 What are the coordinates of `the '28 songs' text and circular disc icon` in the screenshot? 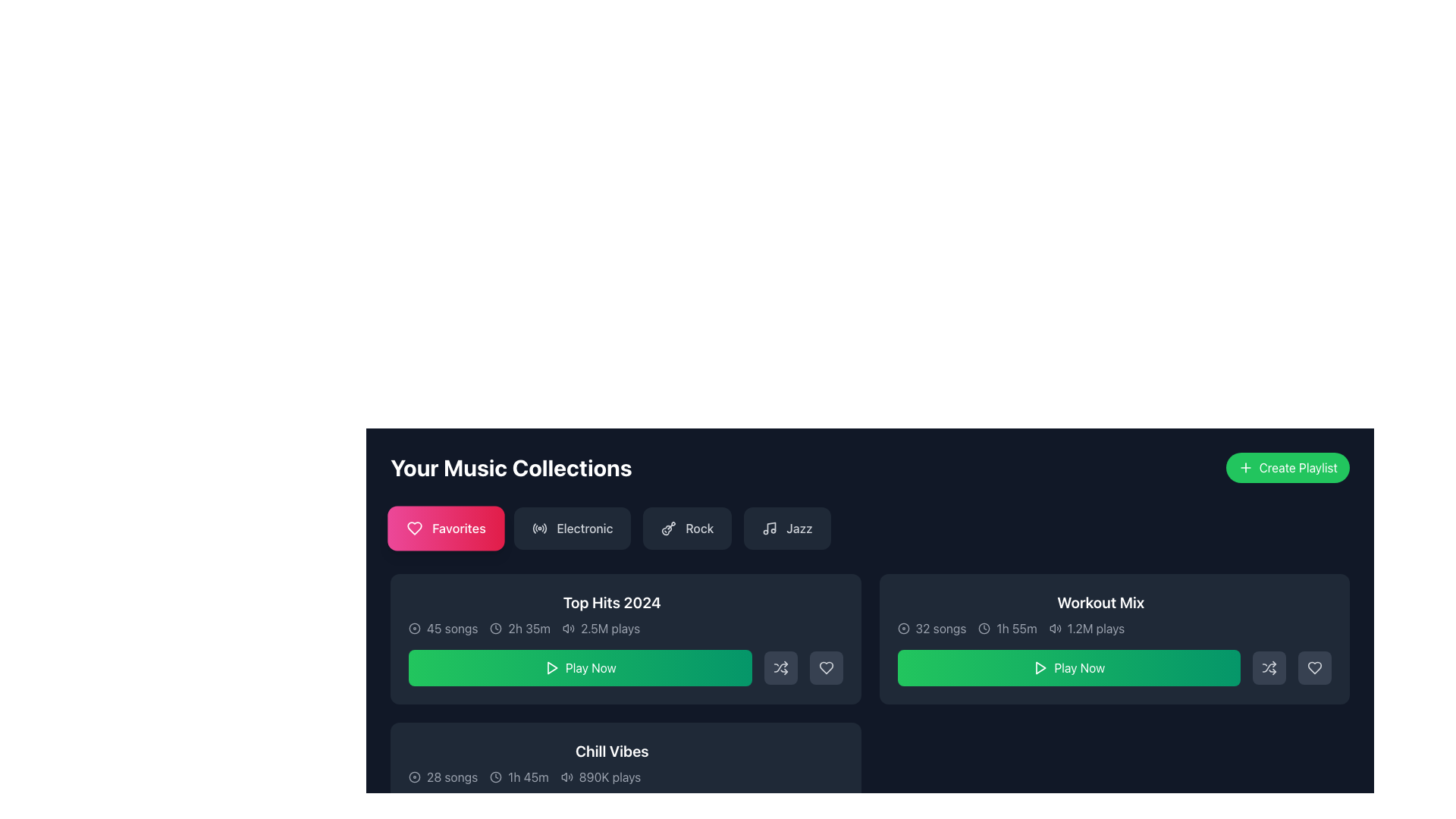 It's located at (442, 777).